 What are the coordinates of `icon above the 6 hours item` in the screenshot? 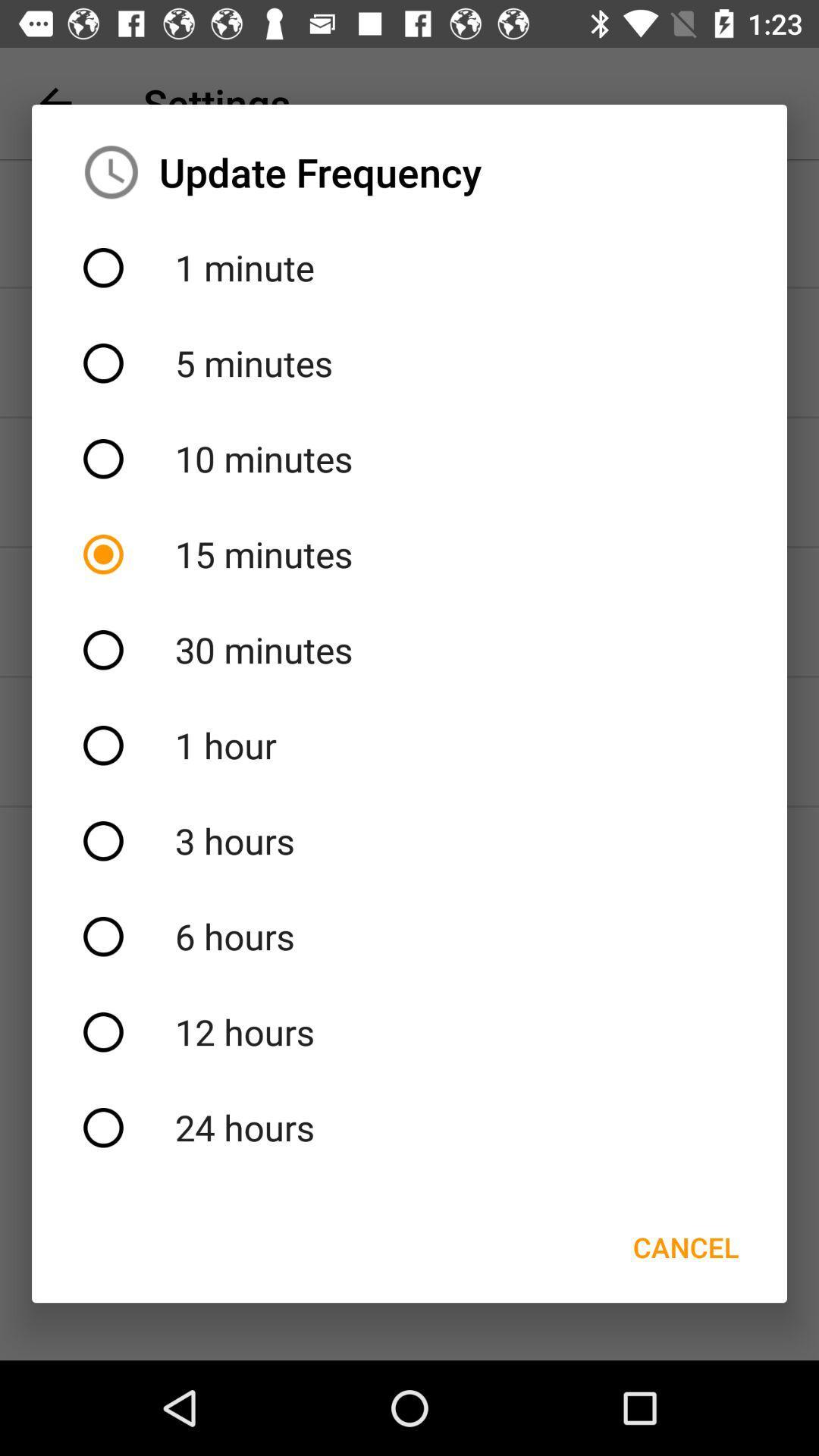 It's located at (409, 840).